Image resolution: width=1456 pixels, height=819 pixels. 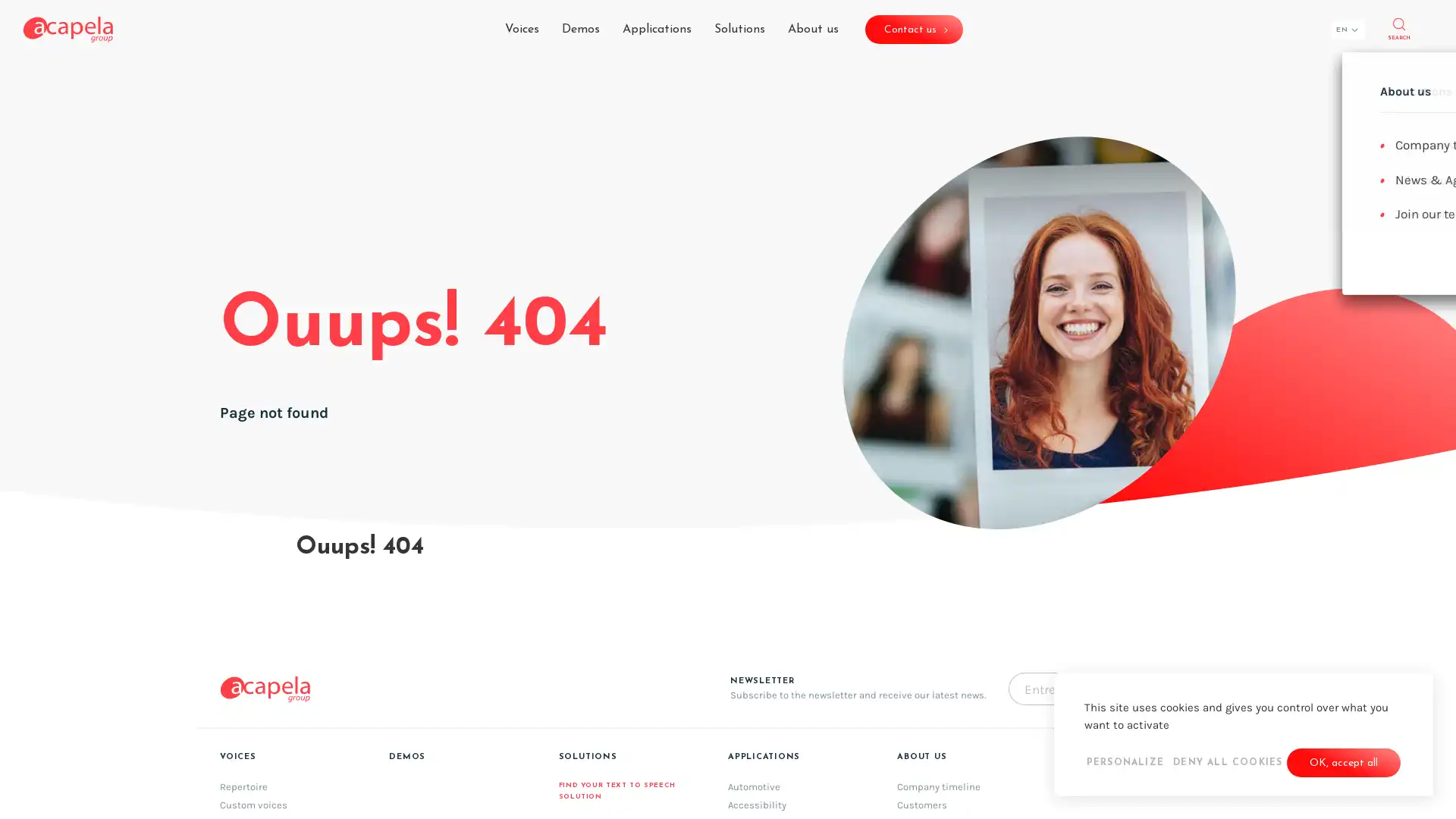 What do you see at coordinates (912, 576) in the screenshot?
I see `Send report` at bounding box center [912, 576].